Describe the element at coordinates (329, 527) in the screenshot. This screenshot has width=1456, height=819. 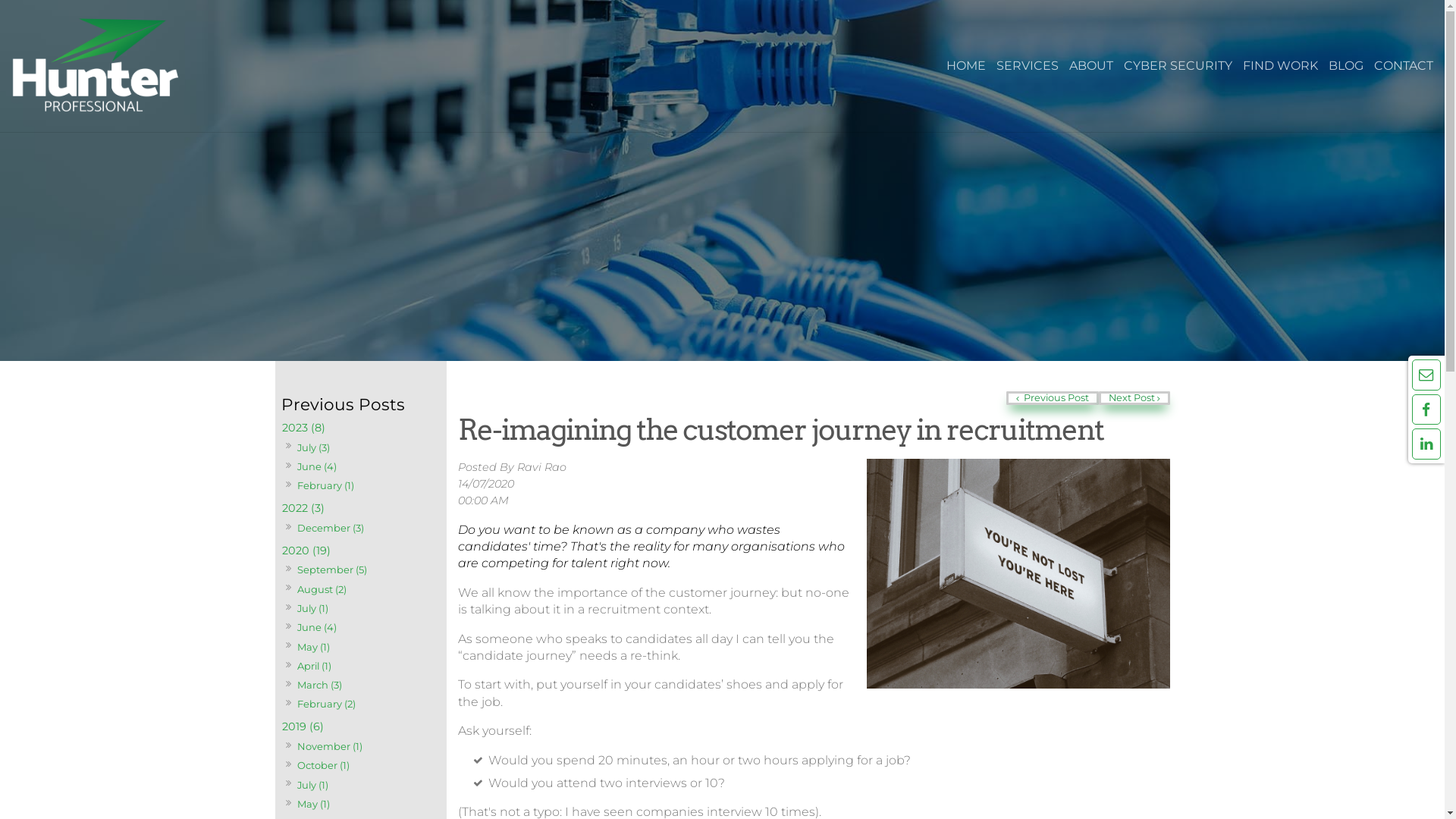
I see `'December (3)'` at that location.